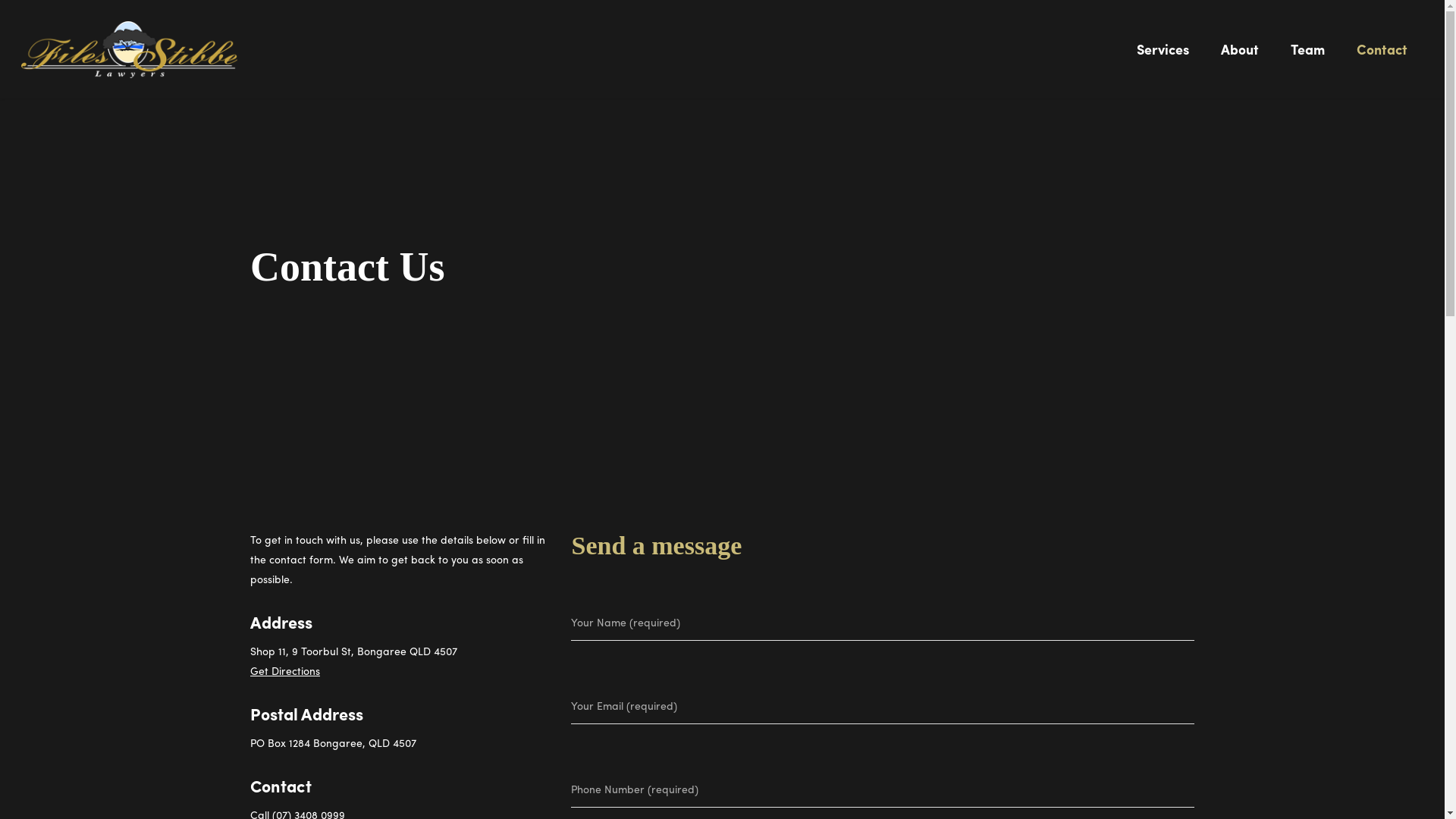  What do you see at coordinates (1341, 58) in the screenshot?
I see `'Contact'` at bounding box center [1341, 58].